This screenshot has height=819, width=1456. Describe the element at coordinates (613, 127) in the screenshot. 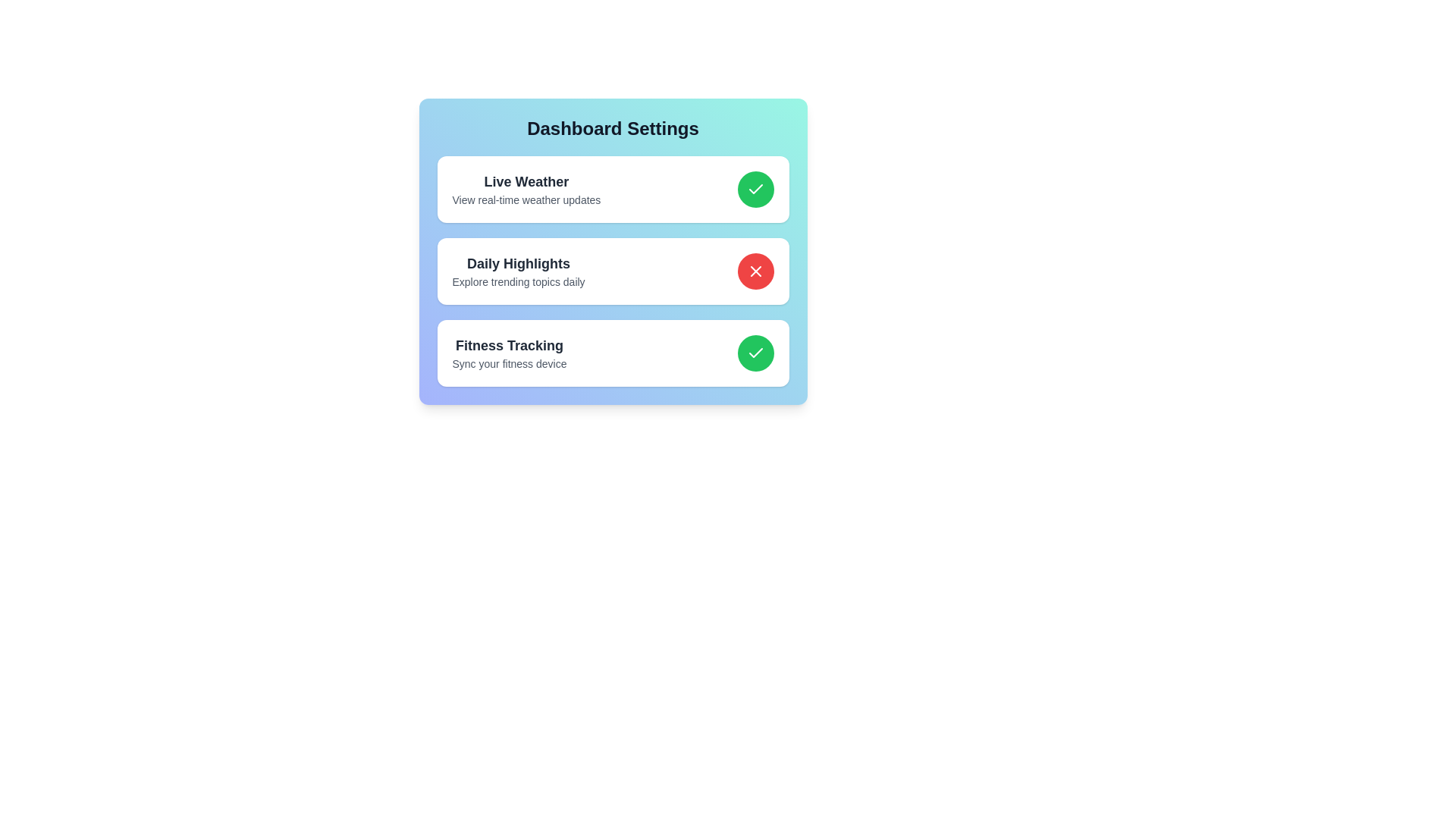

I see `the title of the Dashboard Settings panel` at that location.